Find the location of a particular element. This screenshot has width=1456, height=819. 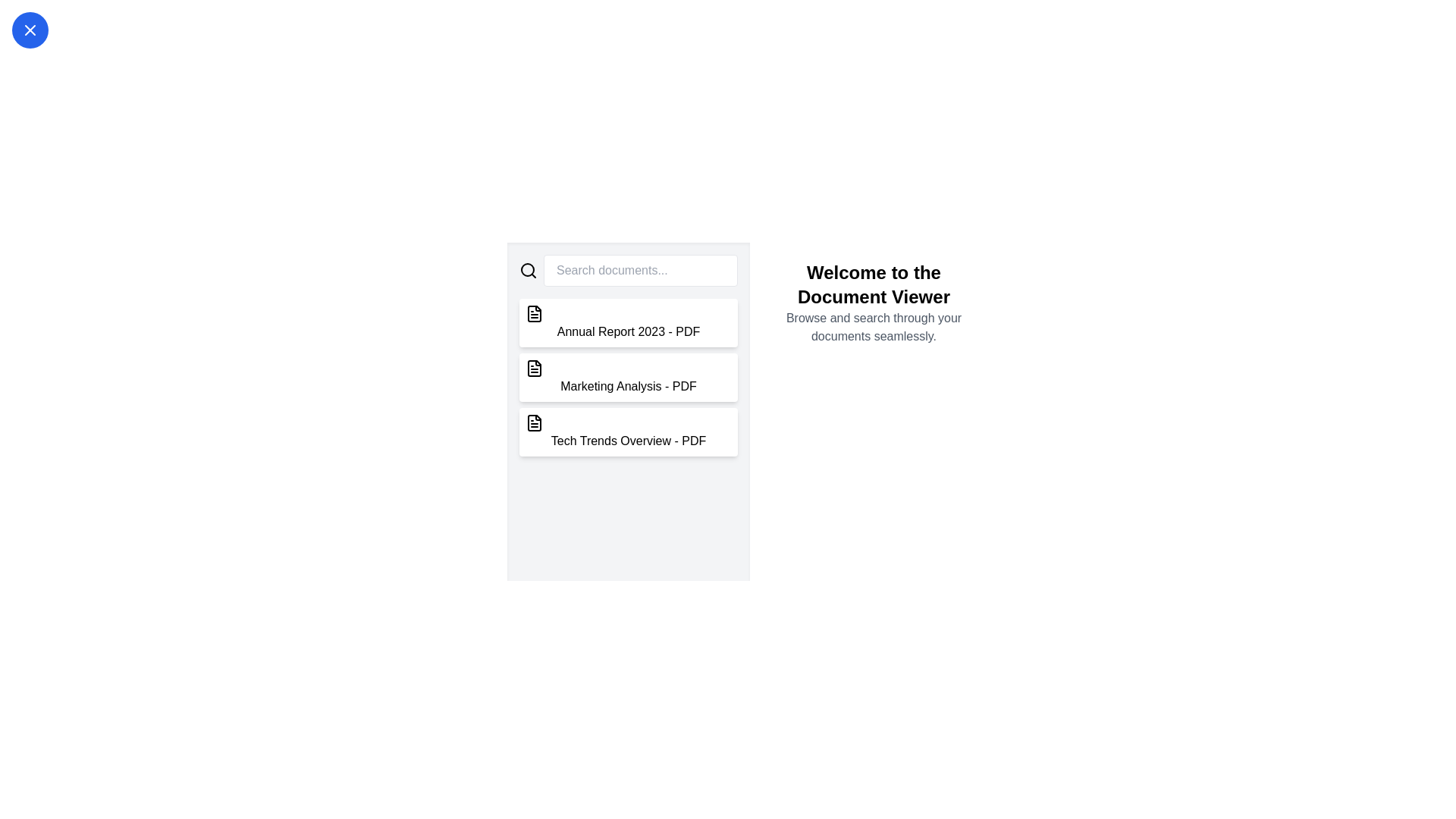

the document Annual Report 2023 - PDF from the list is located at coordinates (629, 322).